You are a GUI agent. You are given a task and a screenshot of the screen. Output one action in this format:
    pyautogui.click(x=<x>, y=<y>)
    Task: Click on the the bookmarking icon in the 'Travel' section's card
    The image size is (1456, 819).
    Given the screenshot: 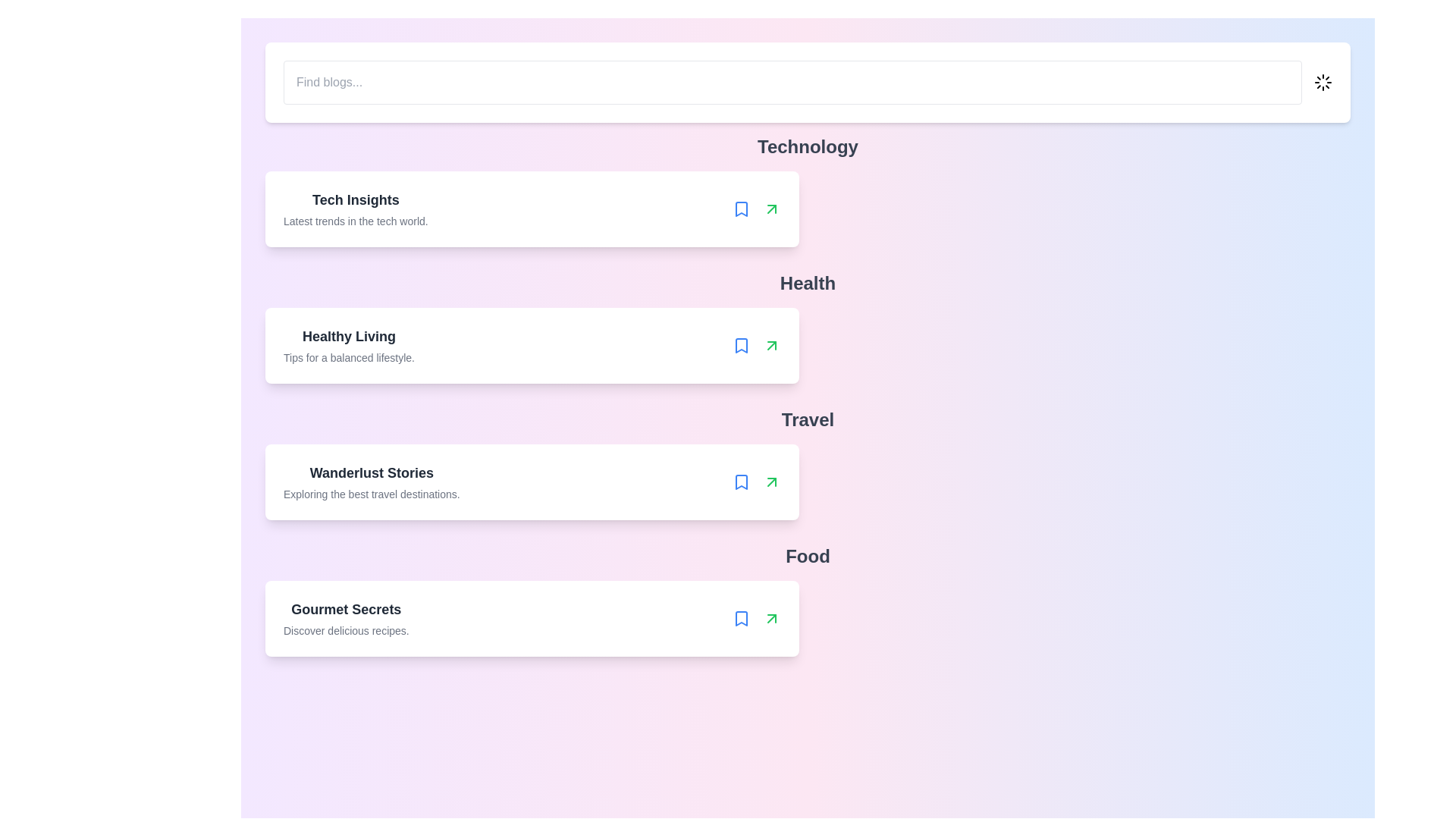 What is the action you would take?
    pyautogui.click(x=741, y=482)
    